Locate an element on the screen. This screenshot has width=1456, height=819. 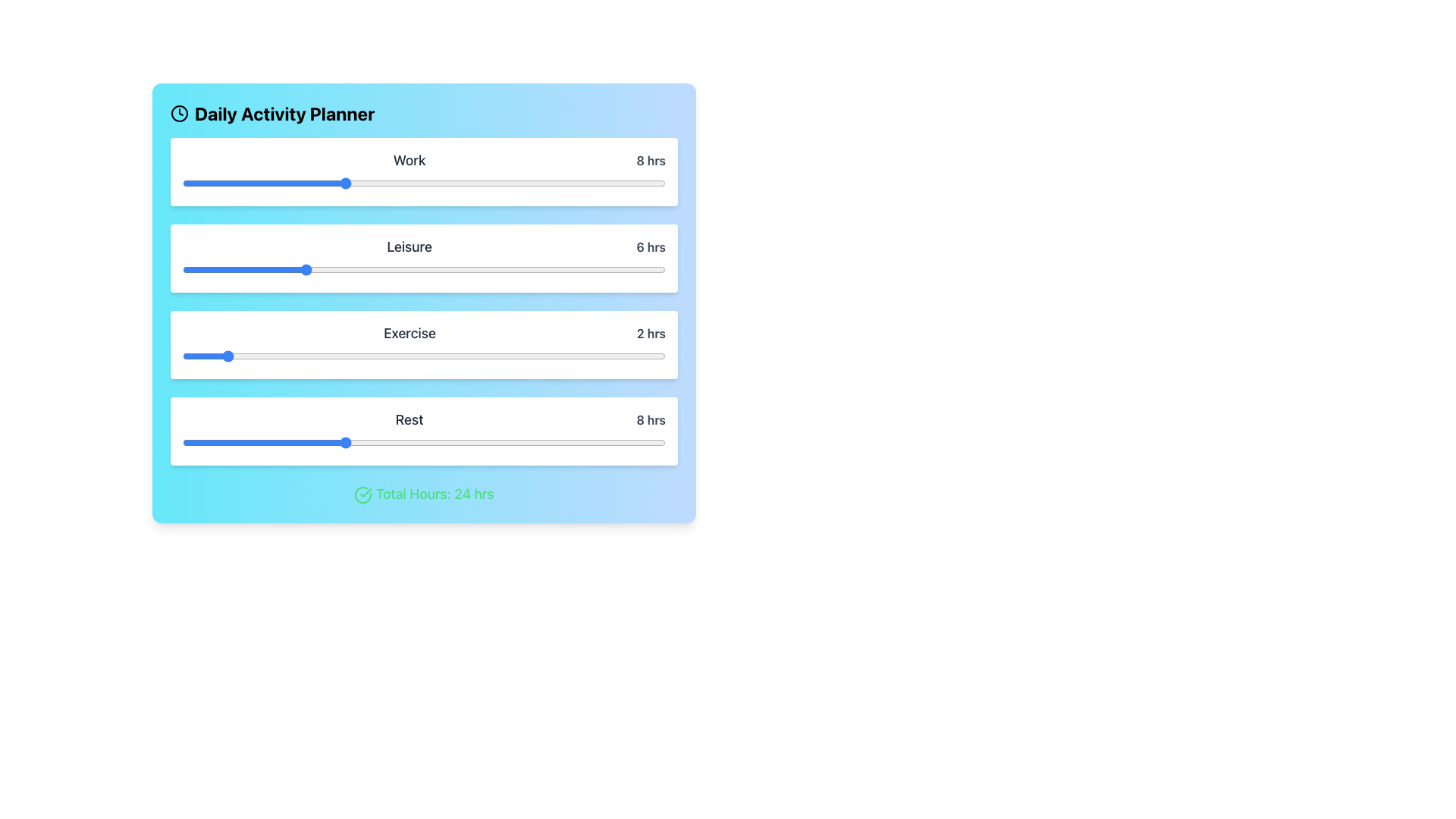
the 'Rest' text label in the Daily Activity Planner, located in the fourth row of the activity list, to provide context for the adjacent slider and '8 hrs' indicator is located at coordinates (409, 420).